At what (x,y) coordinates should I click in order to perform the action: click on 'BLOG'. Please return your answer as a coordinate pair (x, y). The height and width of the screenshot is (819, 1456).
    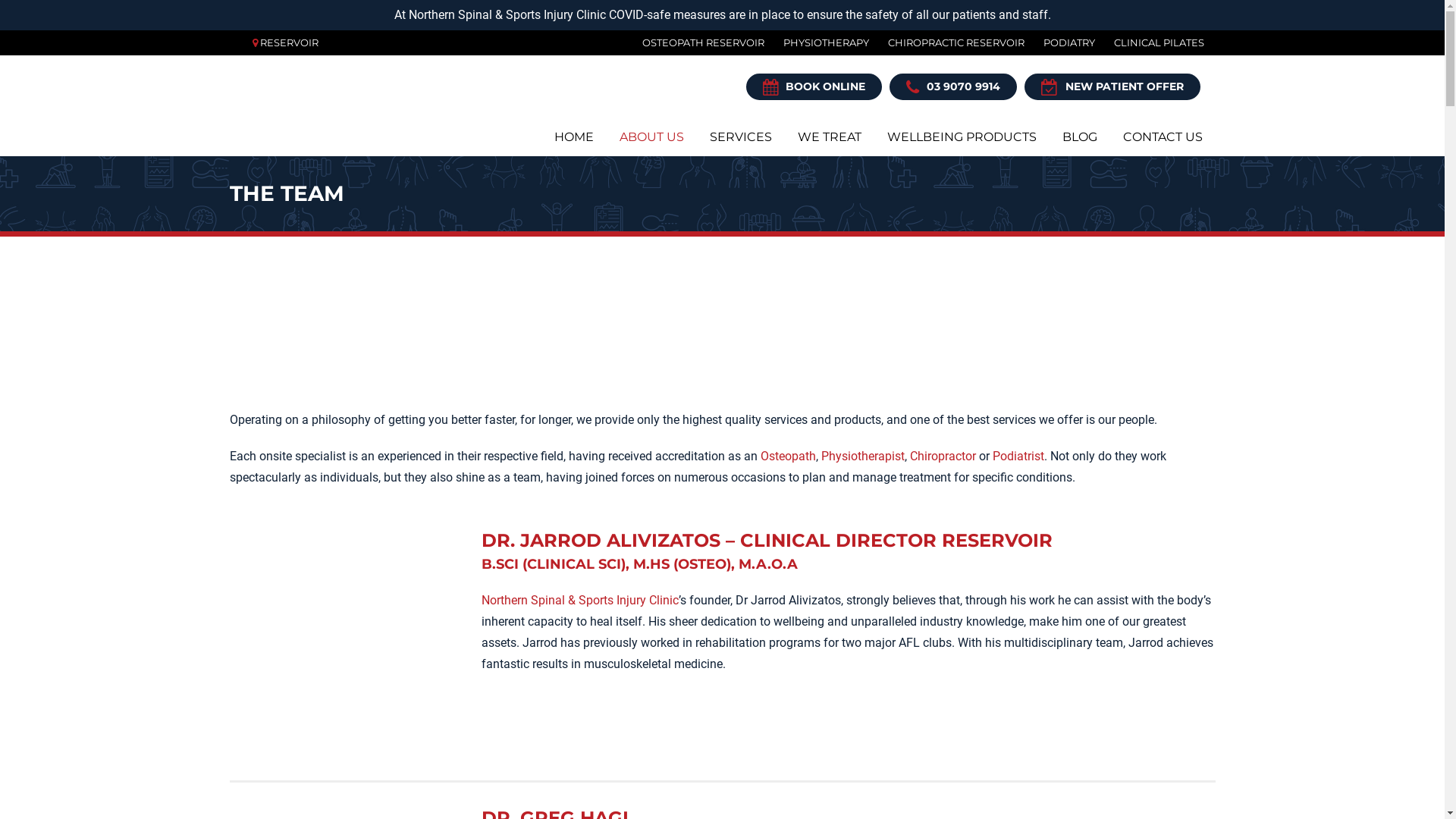
    Looking at the image, I should click on (1079, 137).